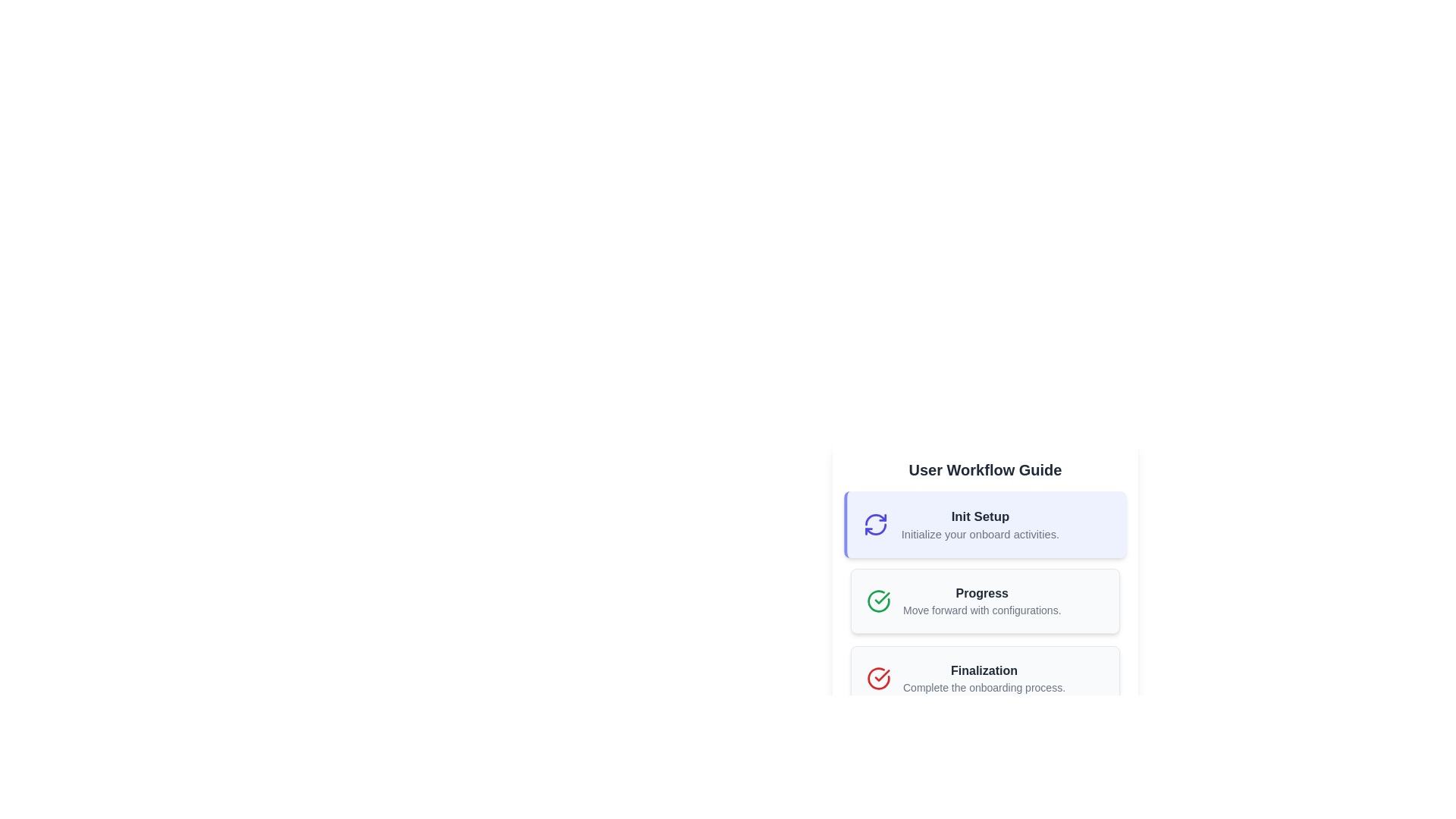 The height and width of the screenshot is (819, 1456). Describe the element at coordinates (984, 677) in the screenshot. I see `the text label element titled 'Finalization'` at that location.